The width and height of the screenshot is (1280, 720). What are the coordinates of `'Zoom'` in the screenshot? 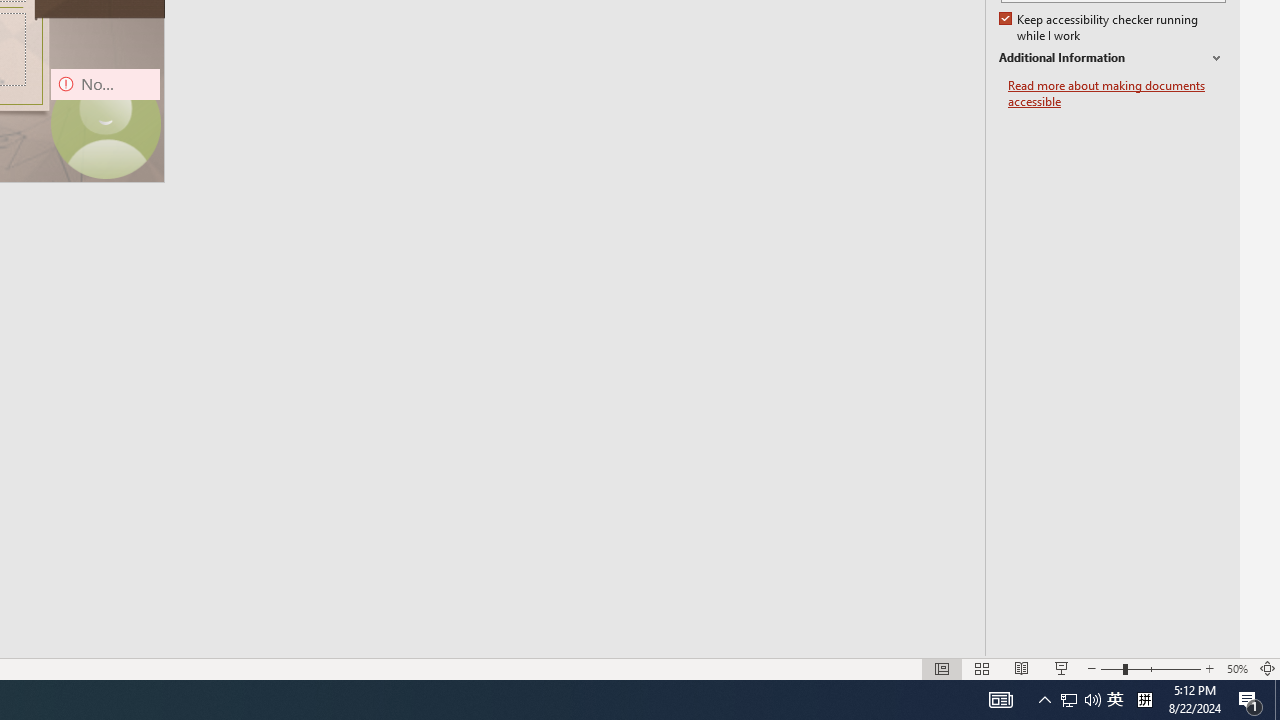 It's located at (1150, 669).